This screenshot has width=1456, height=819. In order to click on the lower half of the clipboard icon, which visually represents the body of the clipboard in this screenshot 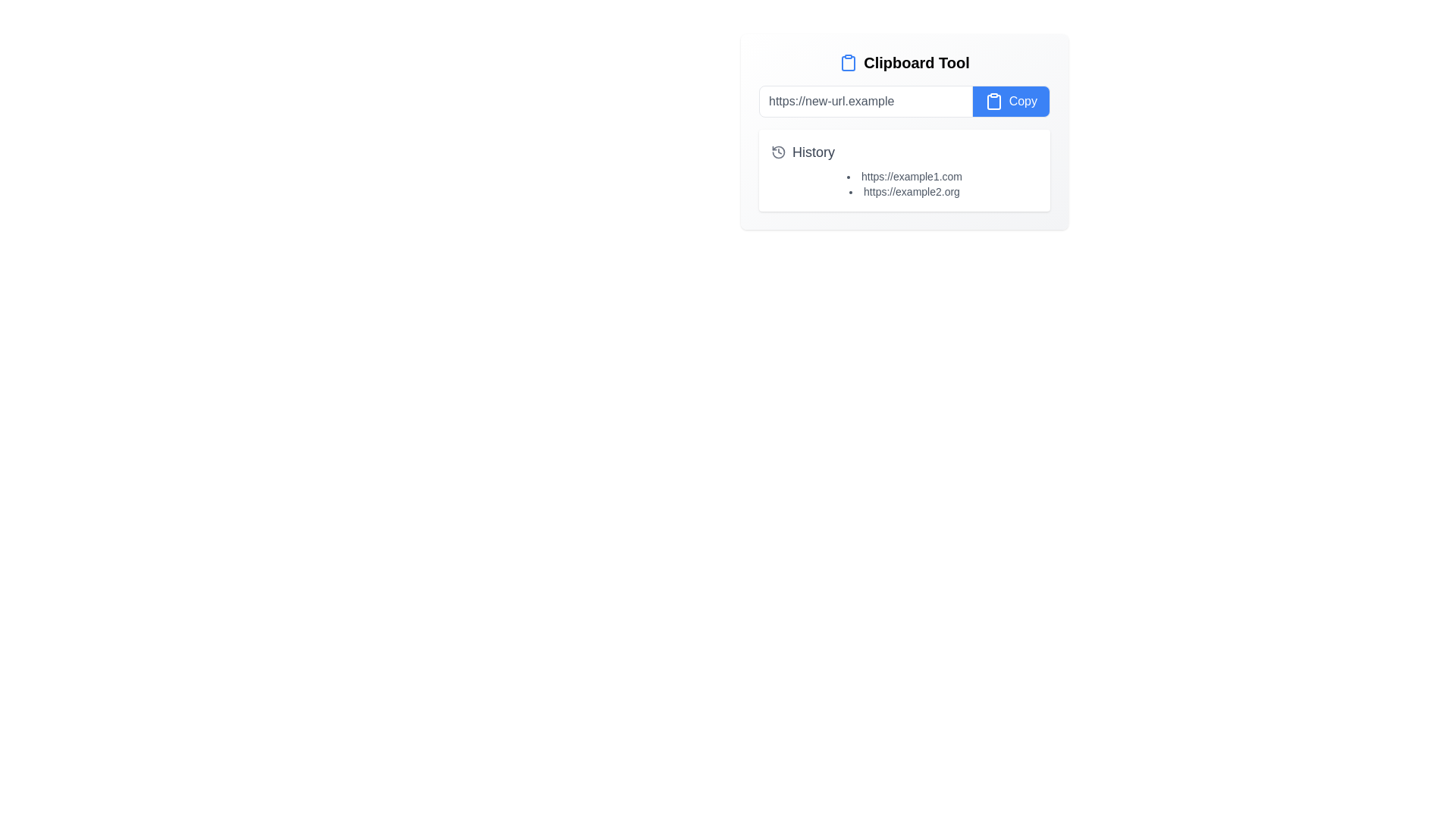, I will do `click(993, 102)`.